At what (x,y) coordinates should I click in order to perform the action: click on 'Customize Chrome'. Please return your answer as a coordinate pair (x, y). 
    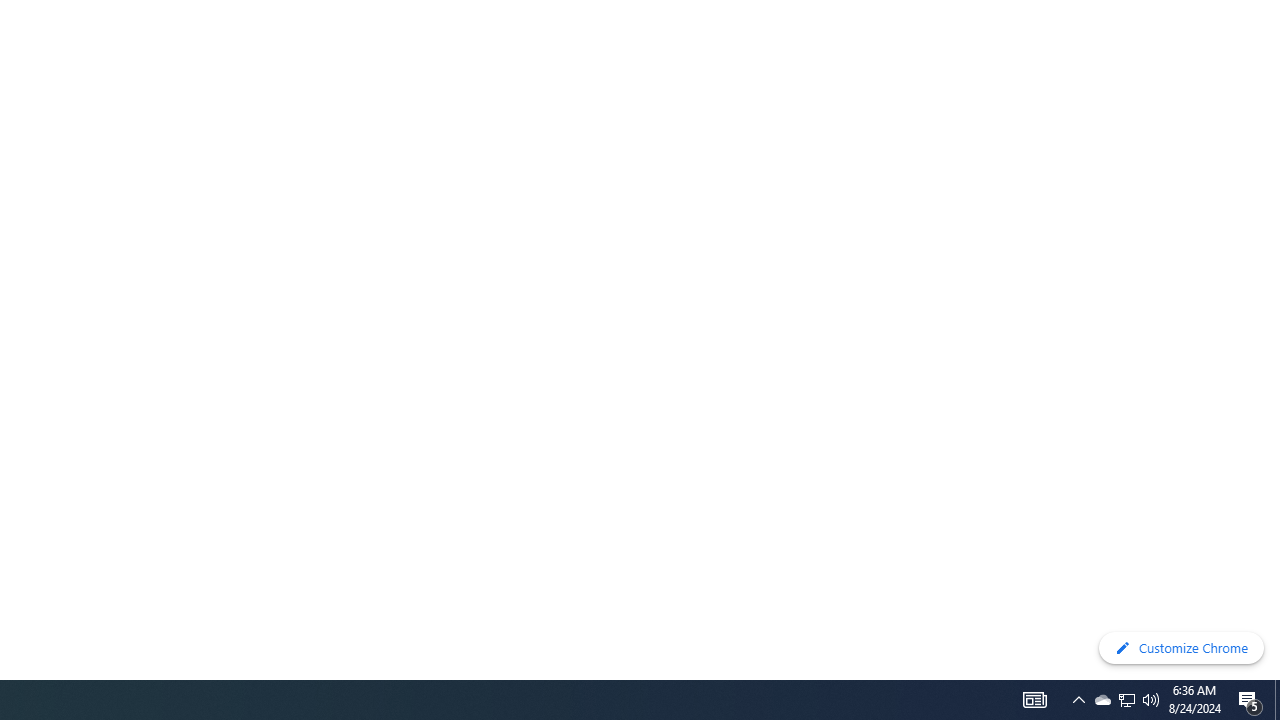
    Looking at the image, I should click on (1181, 648).